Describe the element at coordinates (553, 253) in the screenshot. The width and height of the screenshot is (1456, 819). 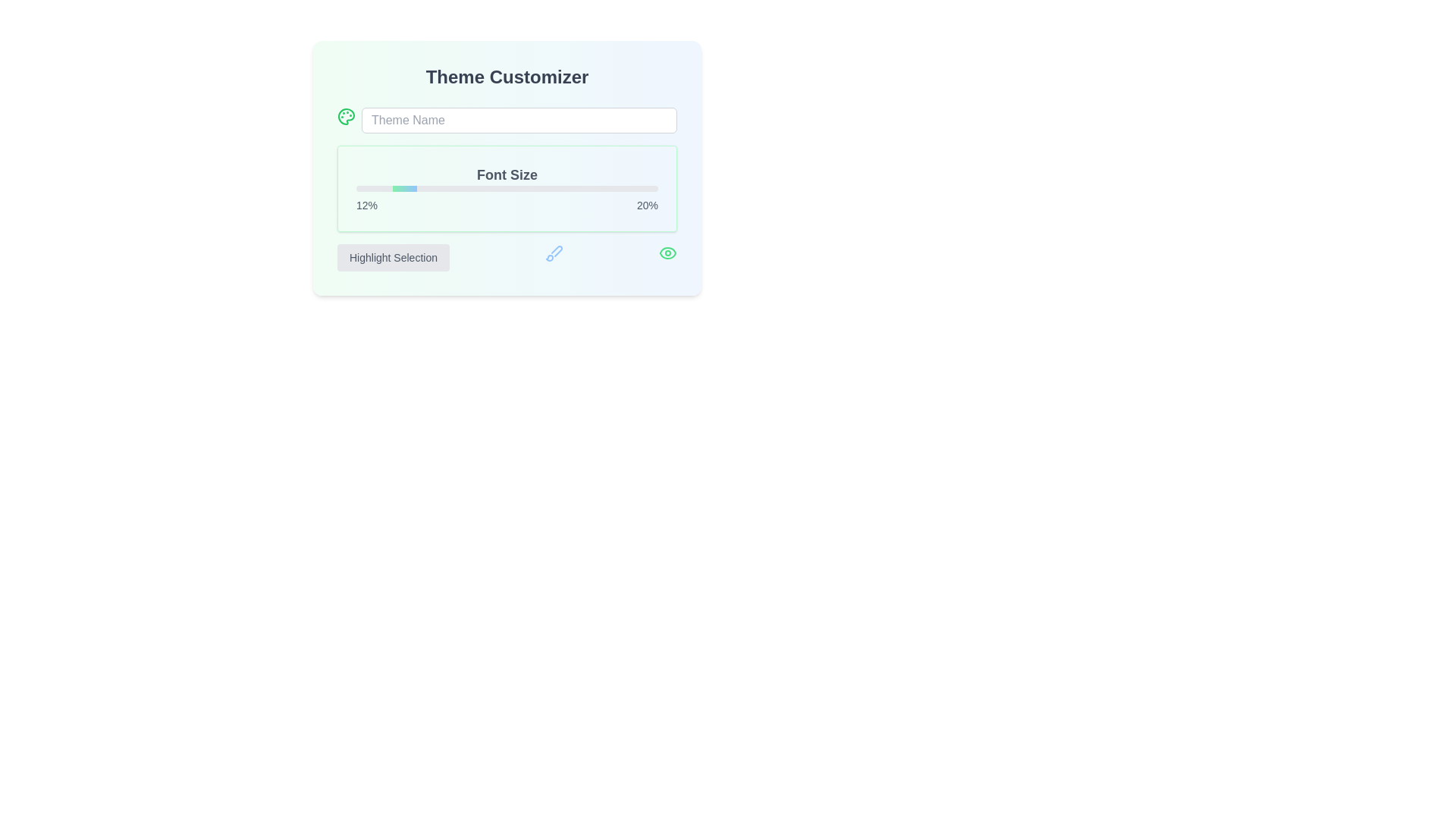
I see `the brush icon located in the 'Highlight Selection' section, positioned to the right of the 'Highlight Selection' button and before the eye action icon` at that location.